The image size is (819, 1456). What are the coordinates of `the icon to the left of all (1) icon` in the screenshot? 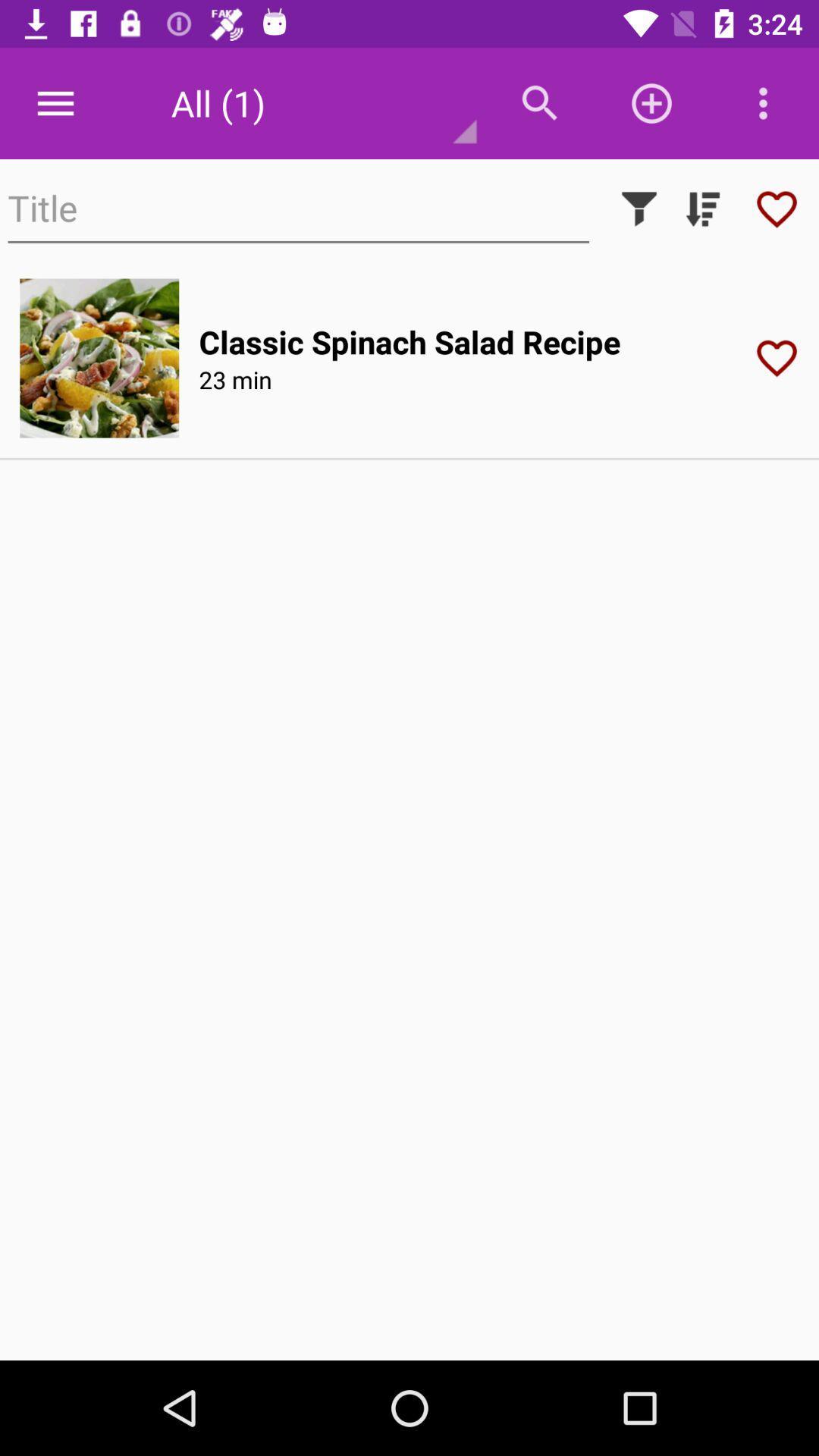 It's located at (55, 102).